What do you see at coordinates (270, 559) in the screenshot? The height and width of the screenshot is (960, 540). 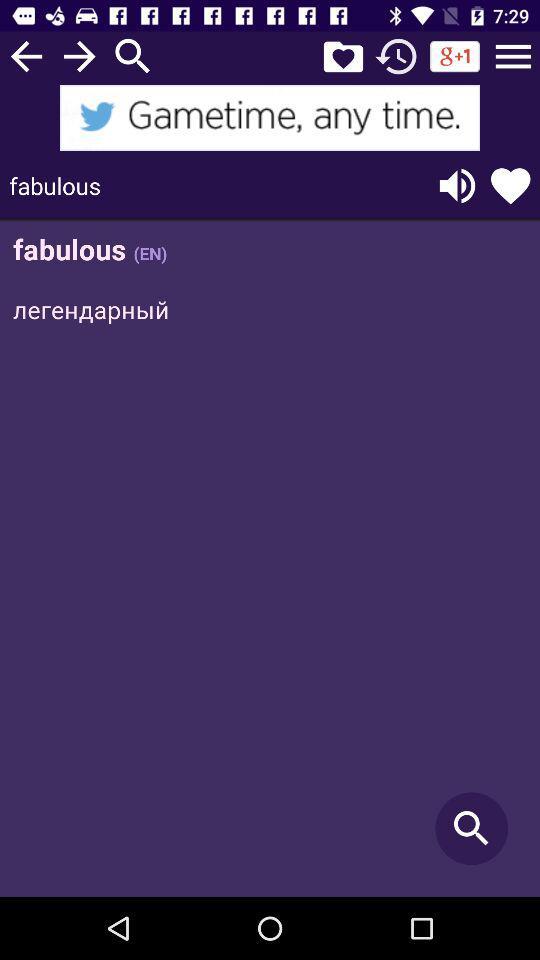 I see `click discription` at bounding box center [270, 559].